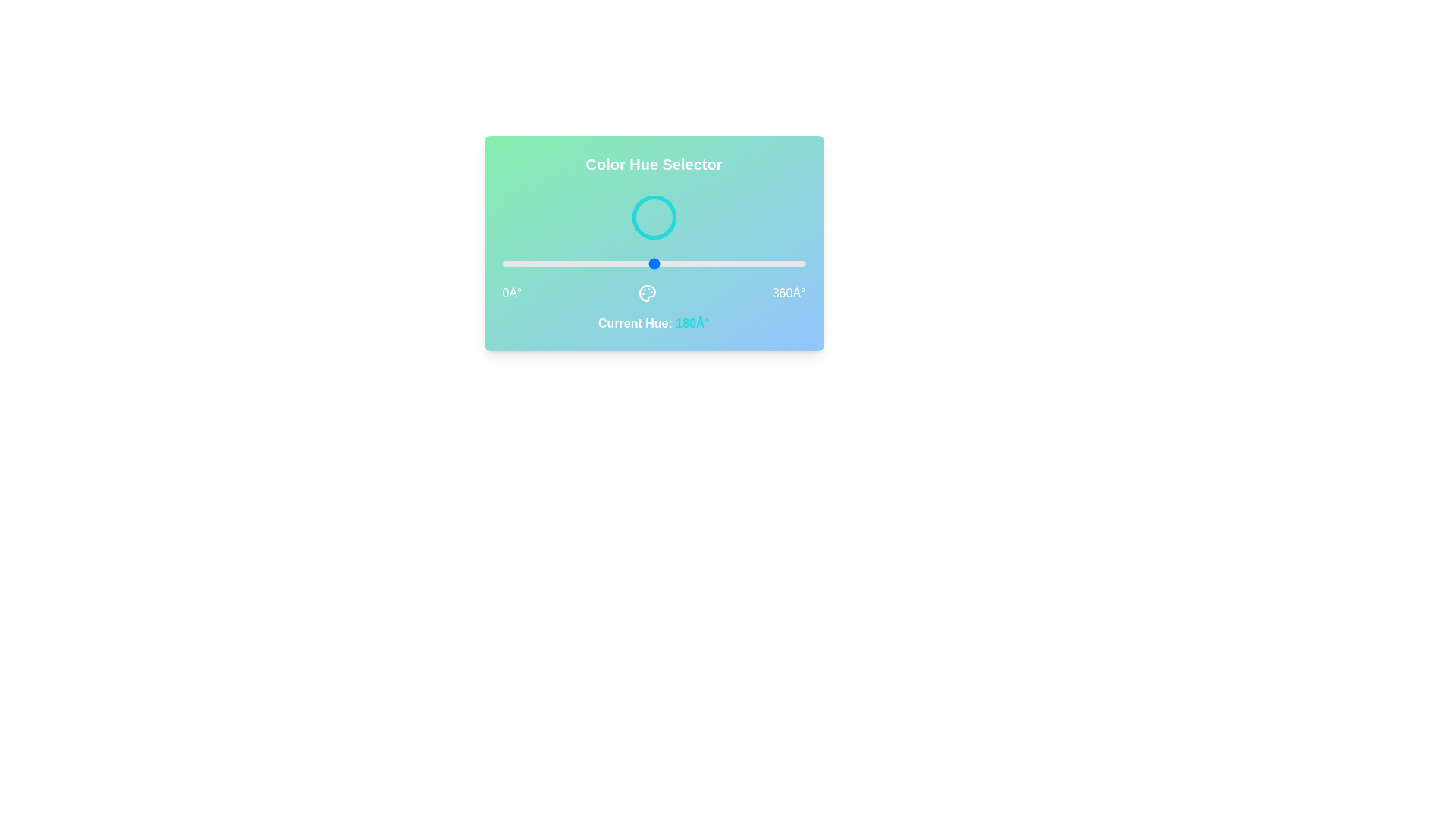 This screenshot has width=1456, height=819. What do you see at coordinates (714, 262) in the screenshot?
I see `the hue to 253° by dragging the slider` at bounding box center [714, 262].